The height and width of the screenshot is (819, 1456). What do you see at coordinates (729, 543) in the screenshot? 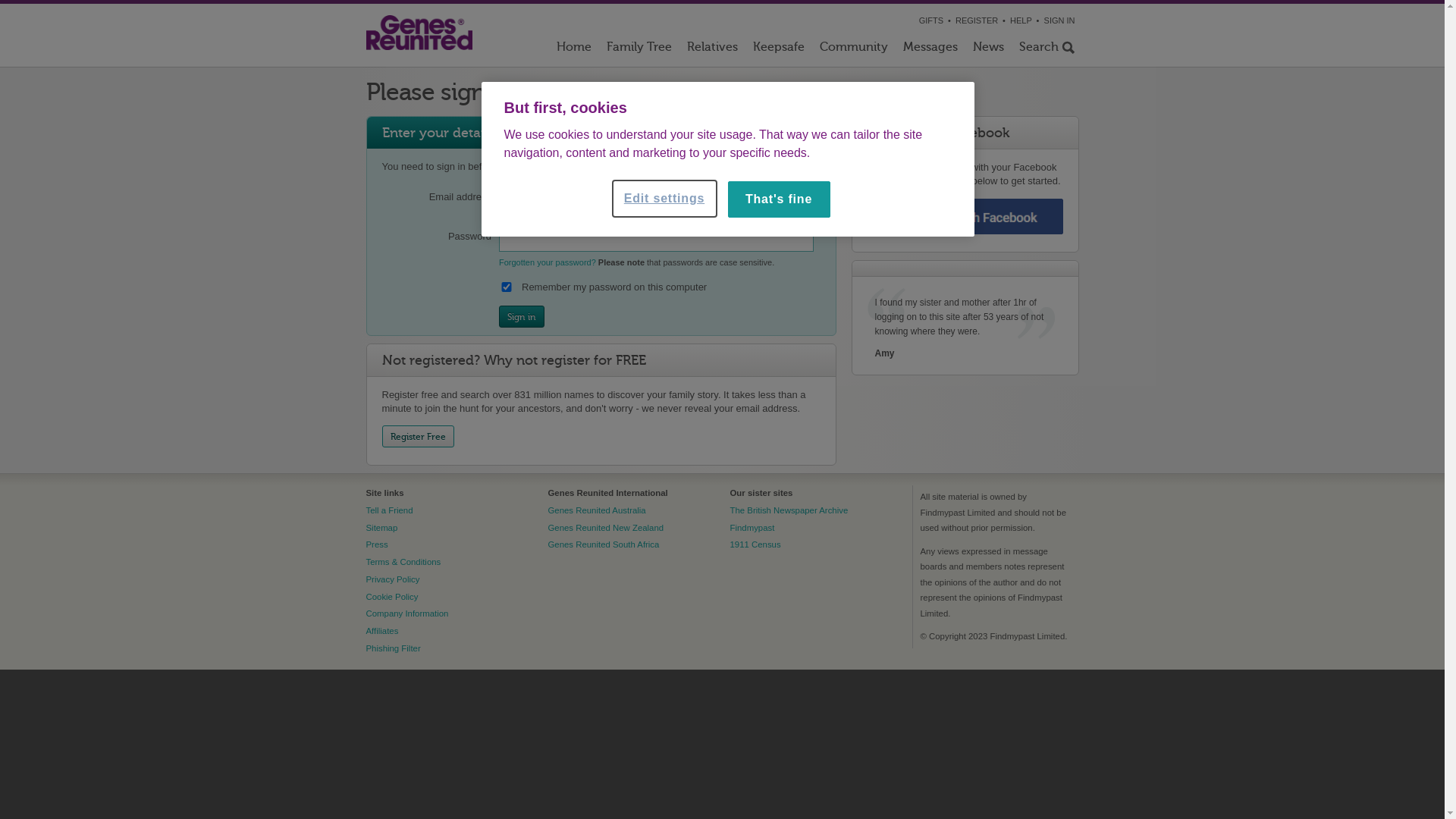
I see `'1911 Census'` at bounding box center [729, 543].